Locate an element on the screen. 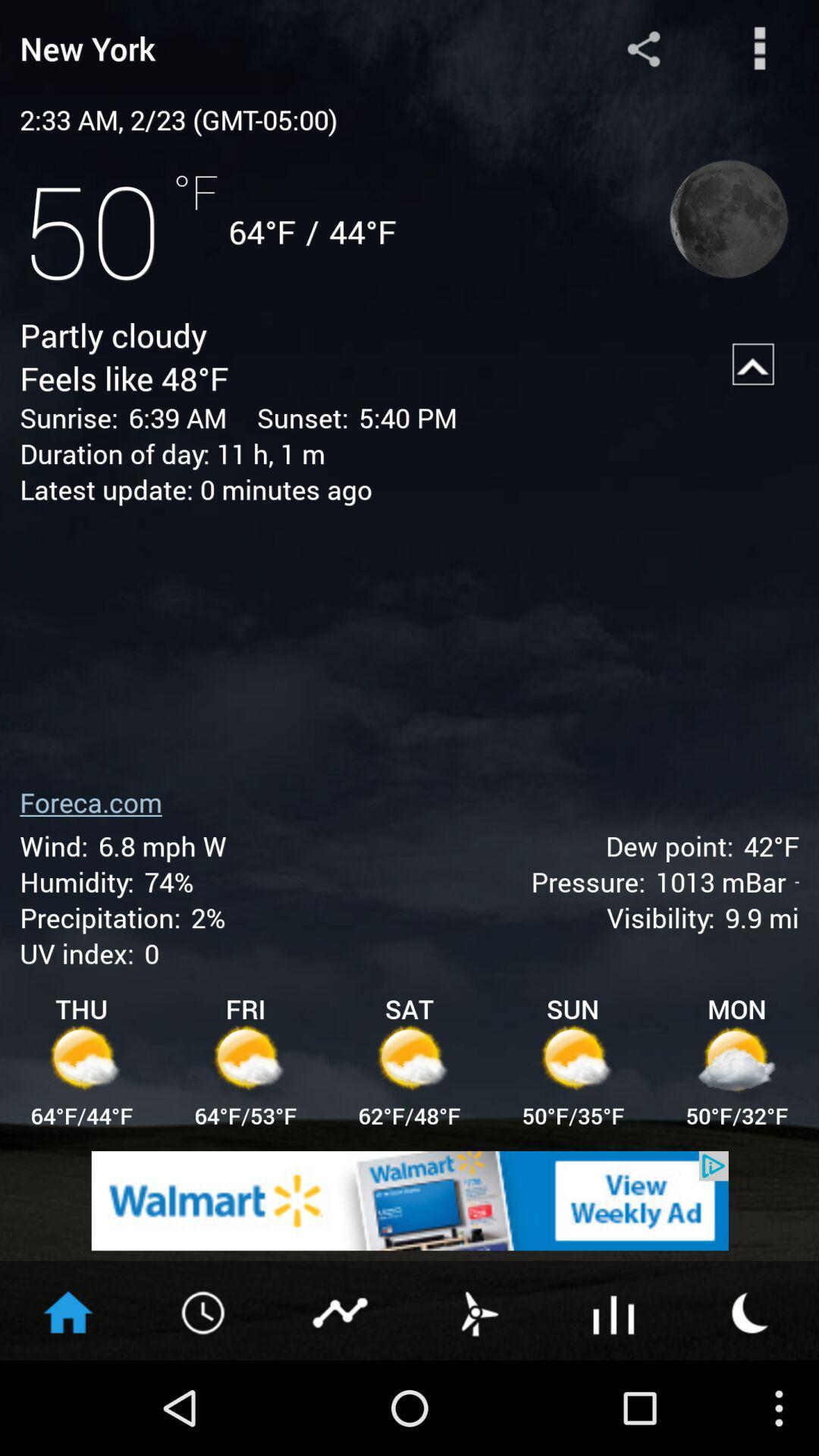 The height and width of the screenshot is (1456, 819). the icon below sat is located at coordinates (409, 1059).